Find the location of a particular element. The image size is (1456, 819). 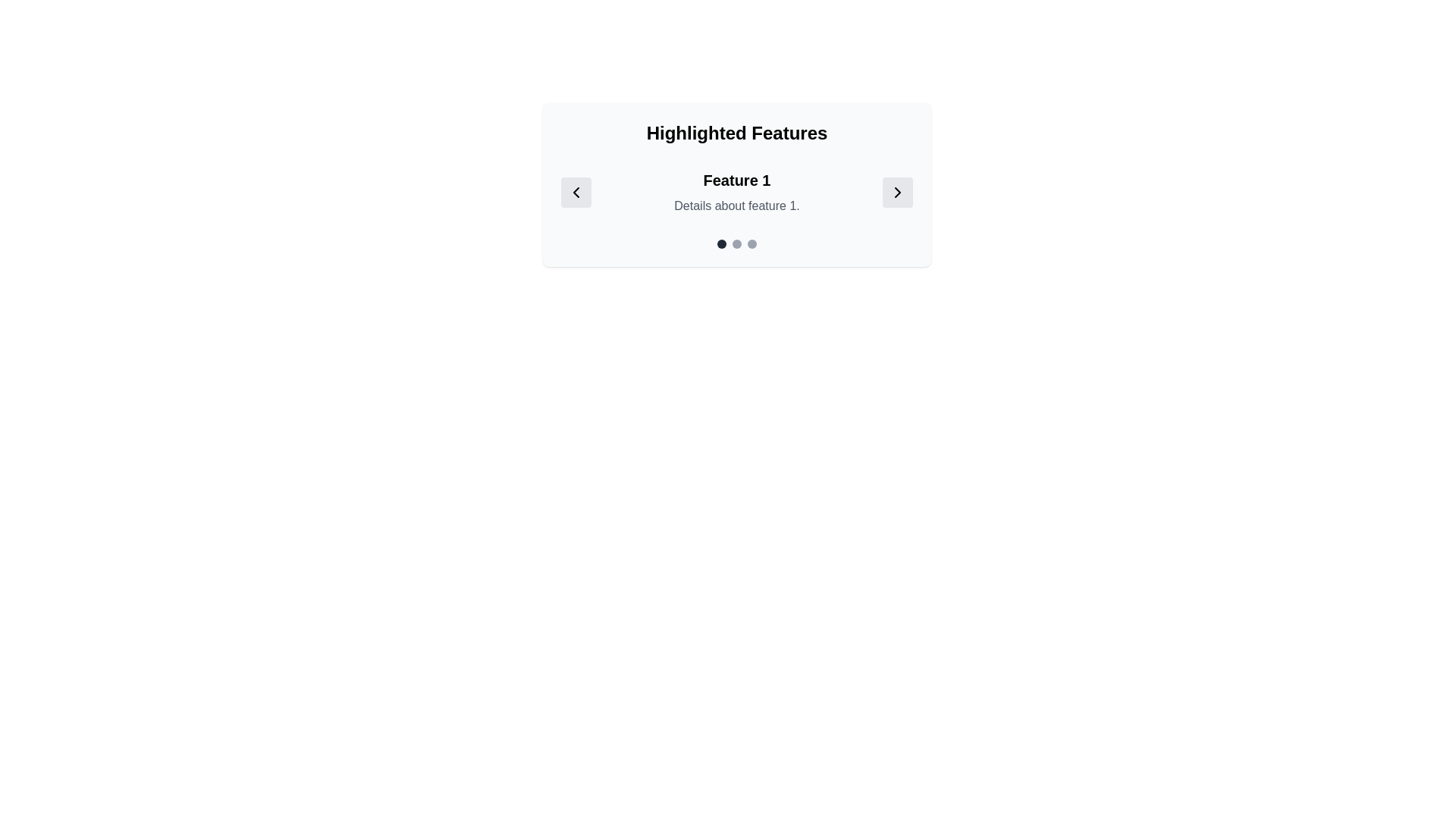

the text label that contains 'Details about feature 1.' styled in a smaller gray font, positioned directly beneath the larger bold text 'Feature 1' is located at coordinates (736, 206).